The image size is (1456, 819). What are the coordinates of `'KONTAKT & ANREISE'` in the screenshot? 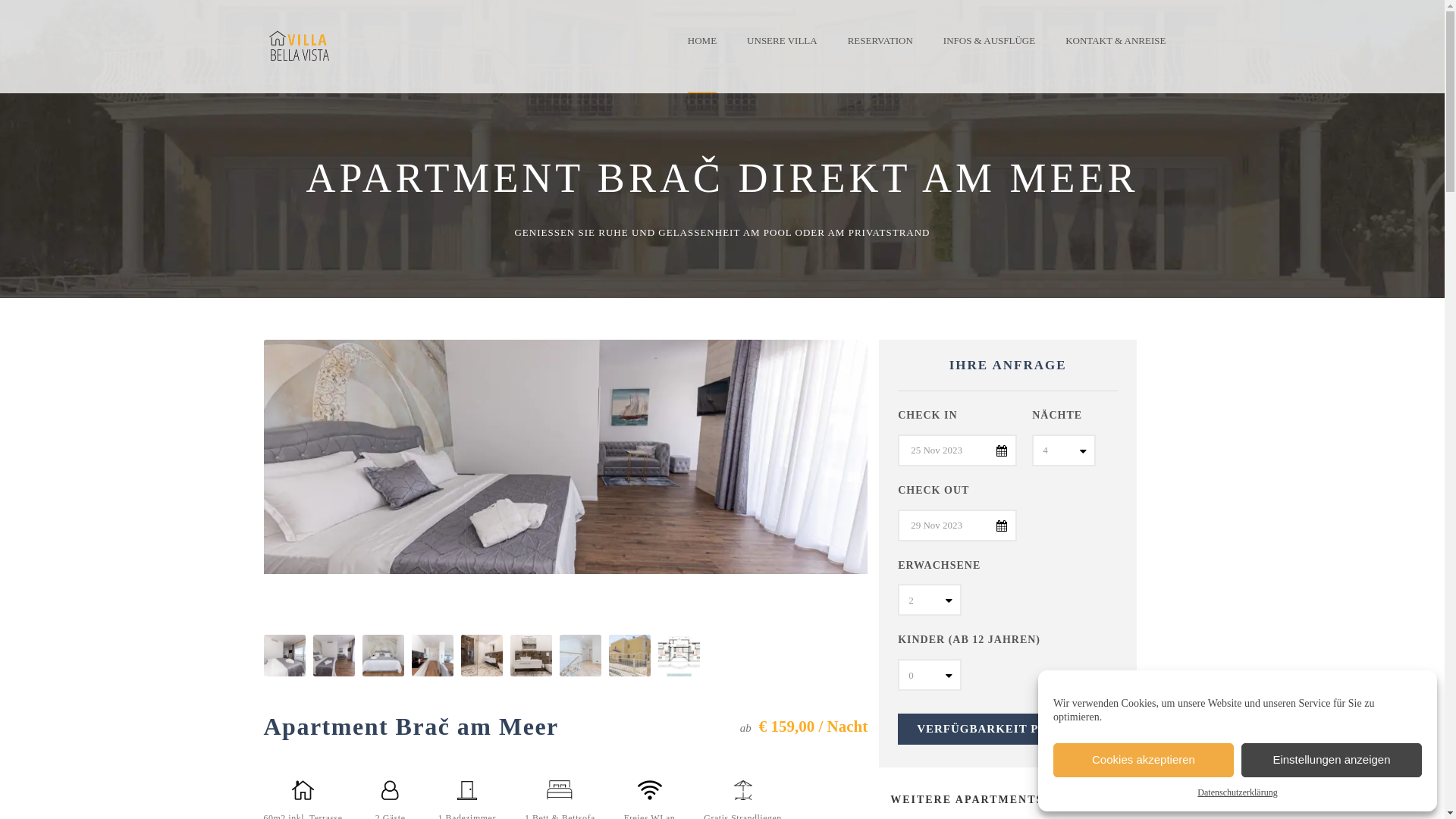 It's located at (1050, 52).